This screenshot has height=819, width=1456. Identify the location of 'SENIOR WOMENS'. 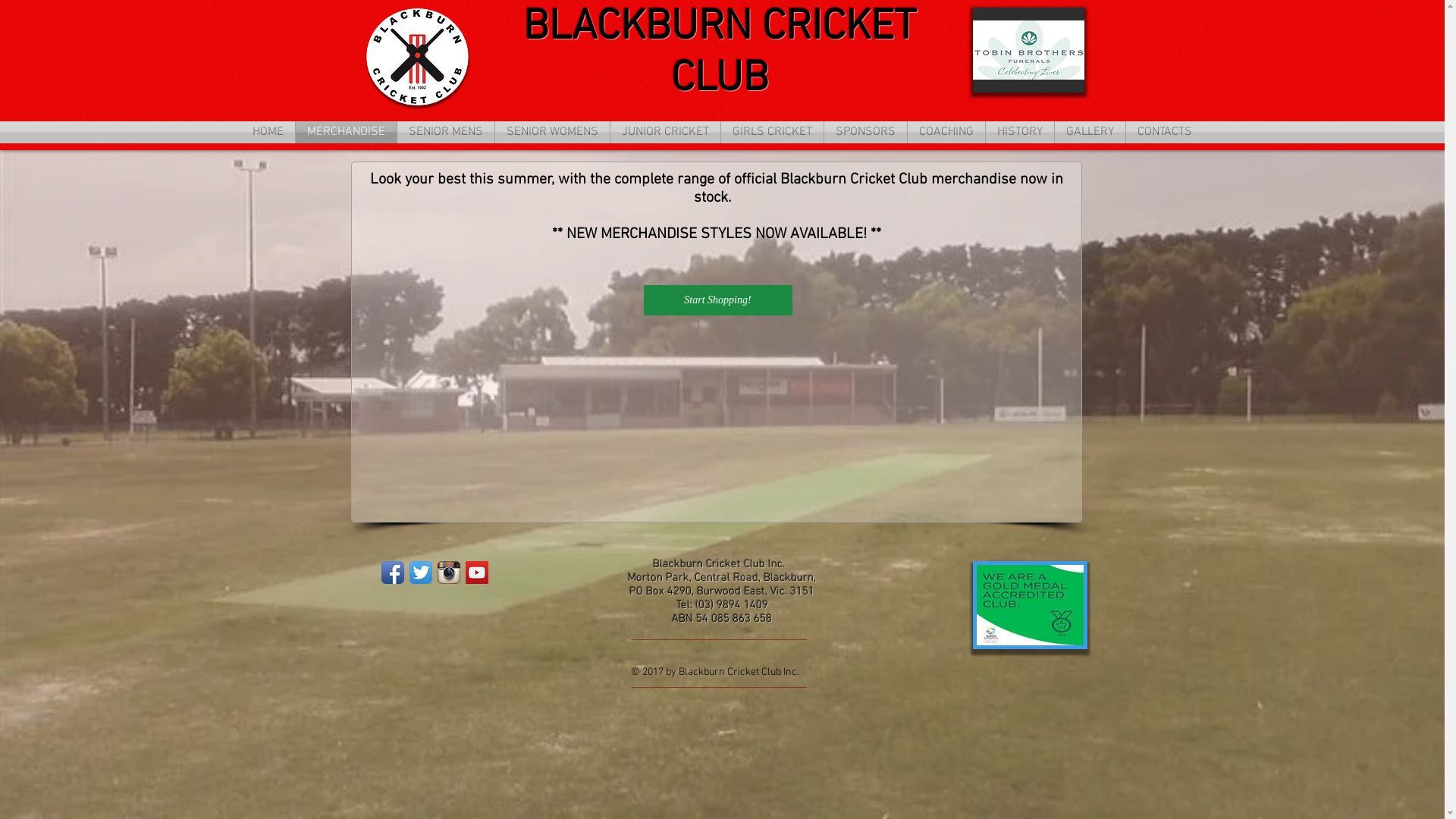
(551, 131).